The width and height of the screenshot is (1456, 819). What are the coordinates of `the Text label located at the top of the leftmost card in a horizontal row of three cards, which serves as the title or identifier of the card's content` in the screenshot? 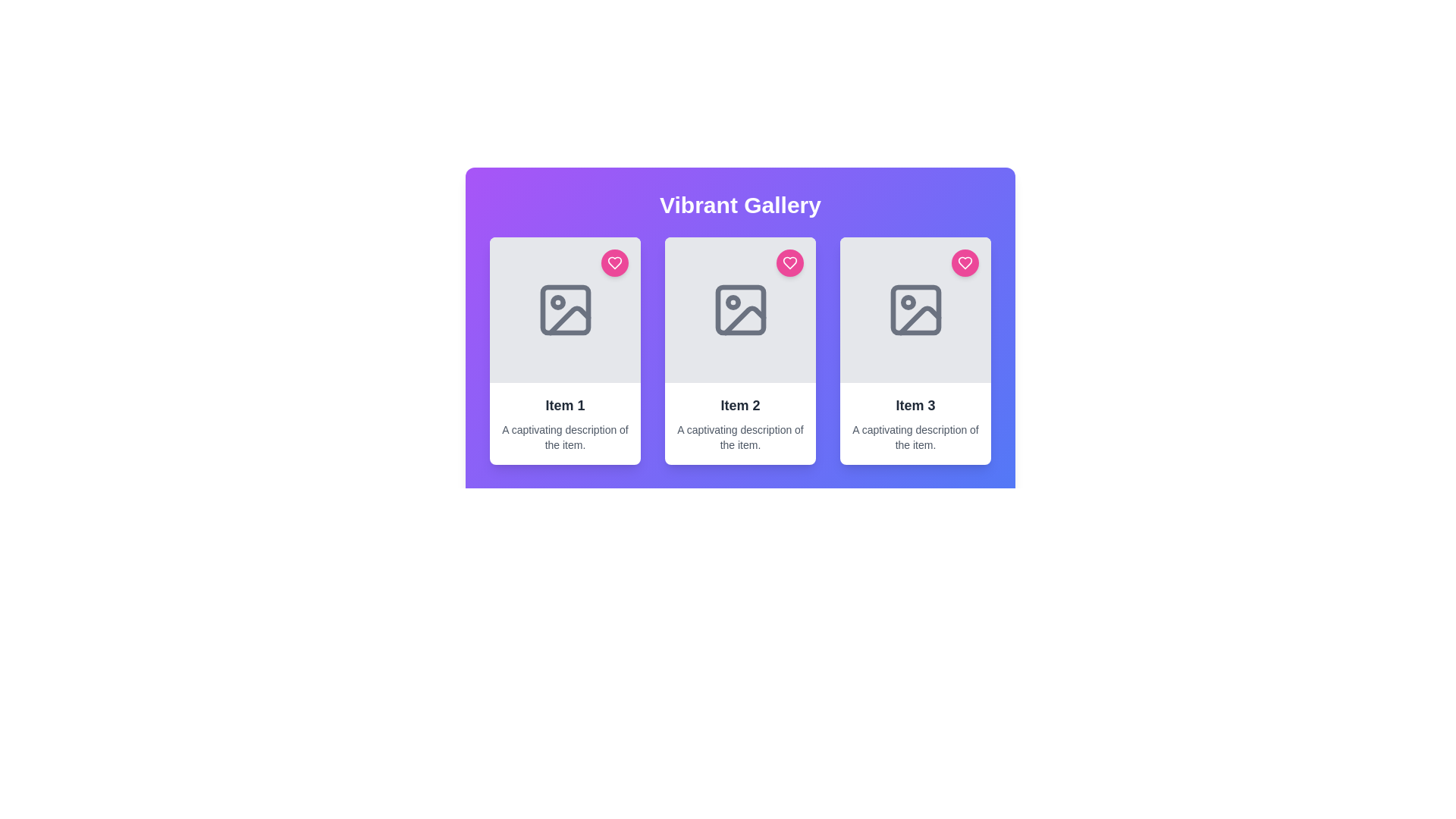 It's located at (564, 405).